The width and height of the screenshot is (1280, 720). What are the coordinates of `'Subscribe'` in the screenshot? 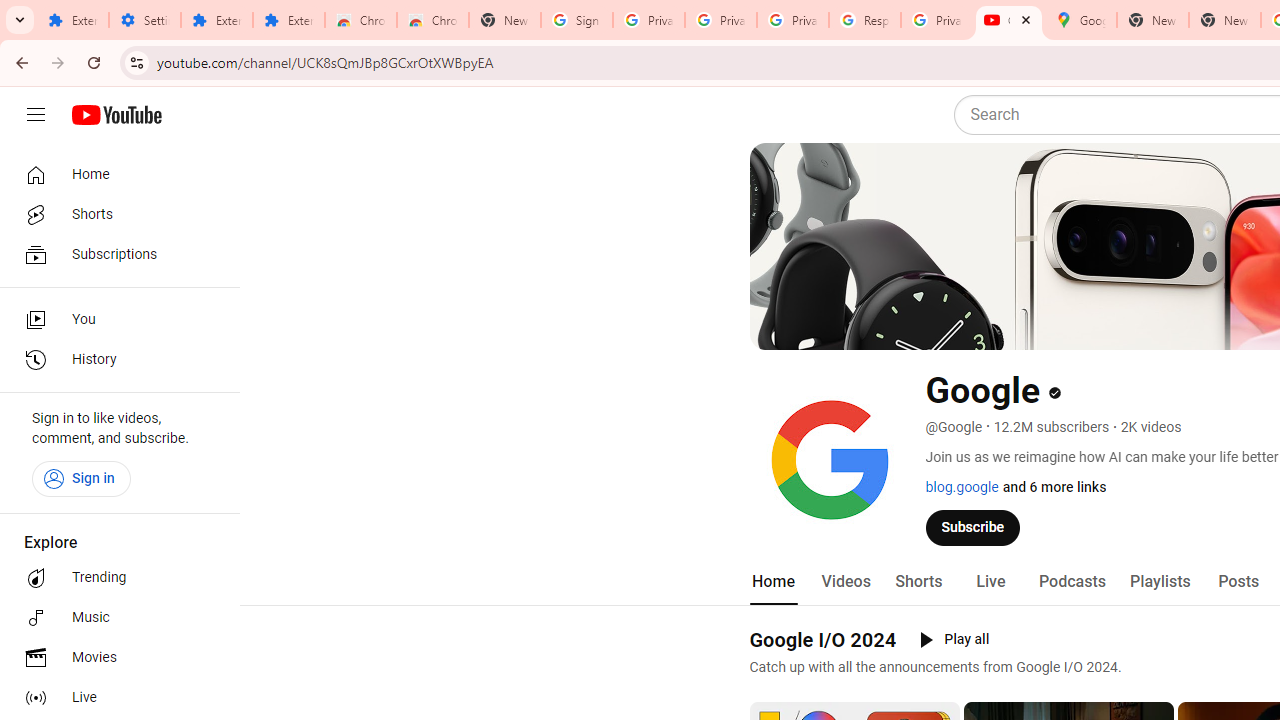 It's located at (973, 526).